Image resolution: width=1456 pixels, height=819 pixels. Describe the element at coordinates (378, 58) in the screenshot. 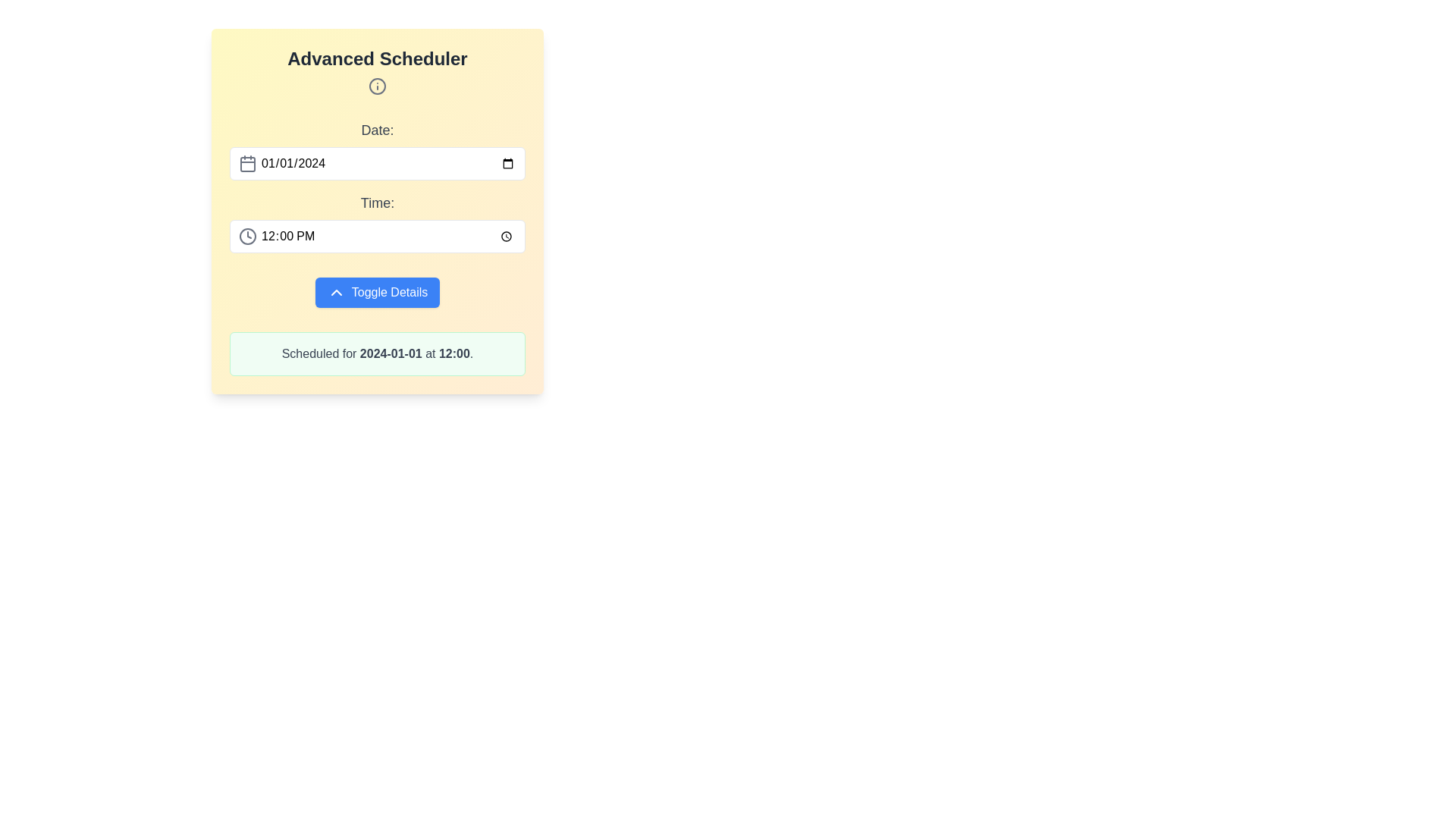

I see `text from the 'Advanced Scheduler' label located at the top of the panel` at that location.